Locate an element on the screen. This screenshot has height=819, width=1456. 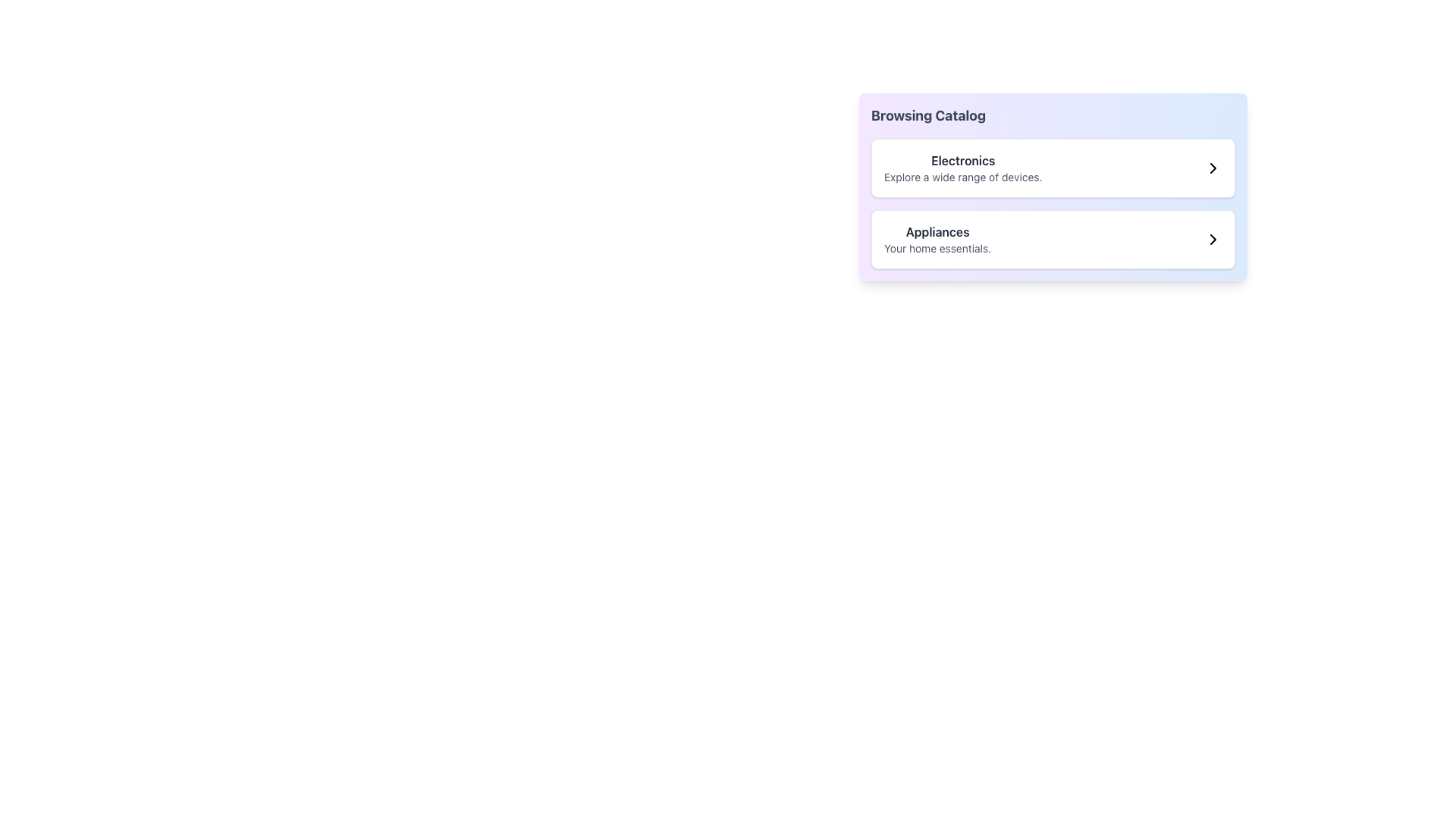
the 'Electronics' text label styled in bold dark gray, located at the top of its card-like layout in the first row of the vertical list is located at coordinates (962, 161).